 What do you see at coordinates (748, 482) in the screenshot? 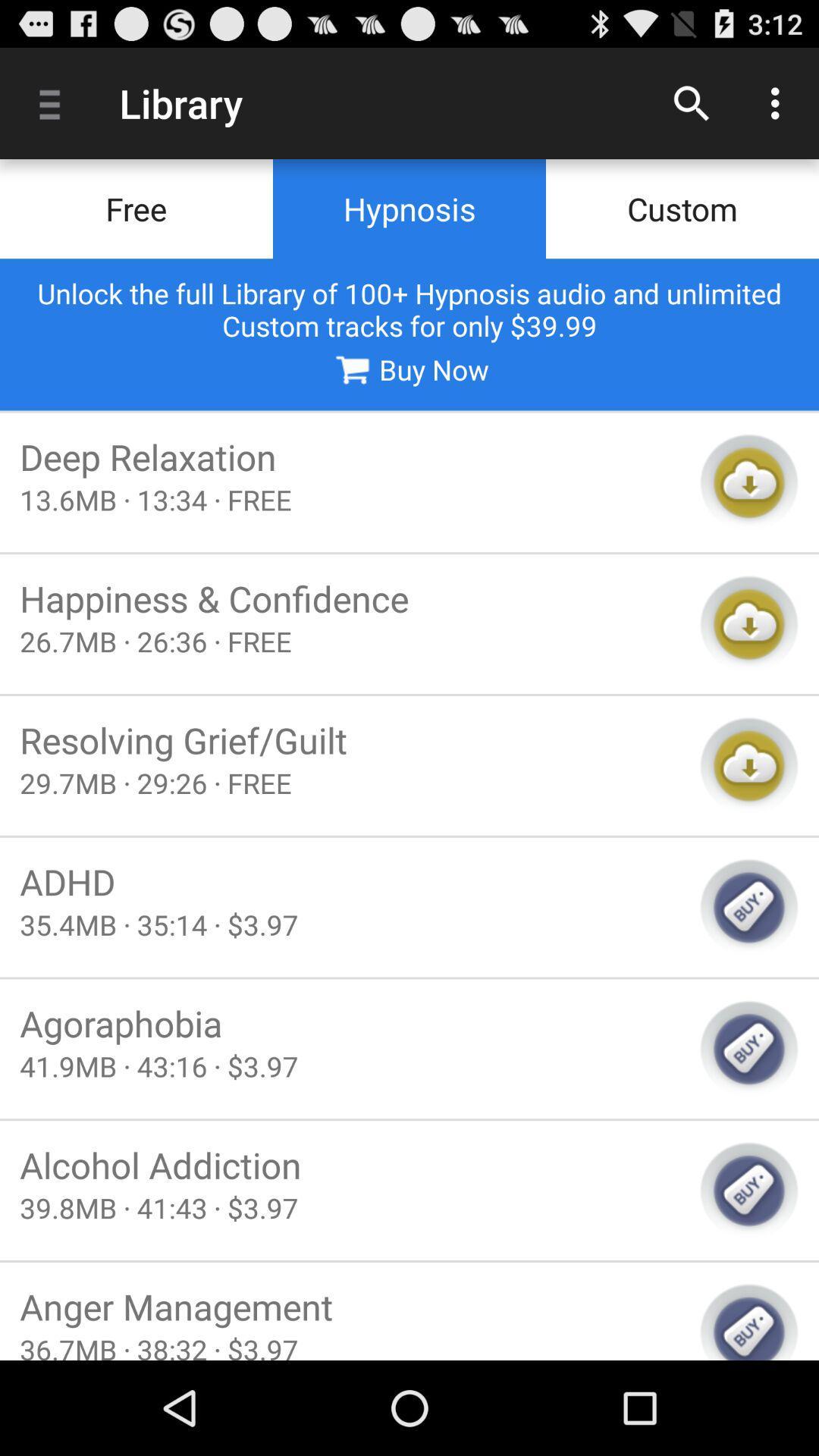
I see `download track` at bounding box center [748, 482].